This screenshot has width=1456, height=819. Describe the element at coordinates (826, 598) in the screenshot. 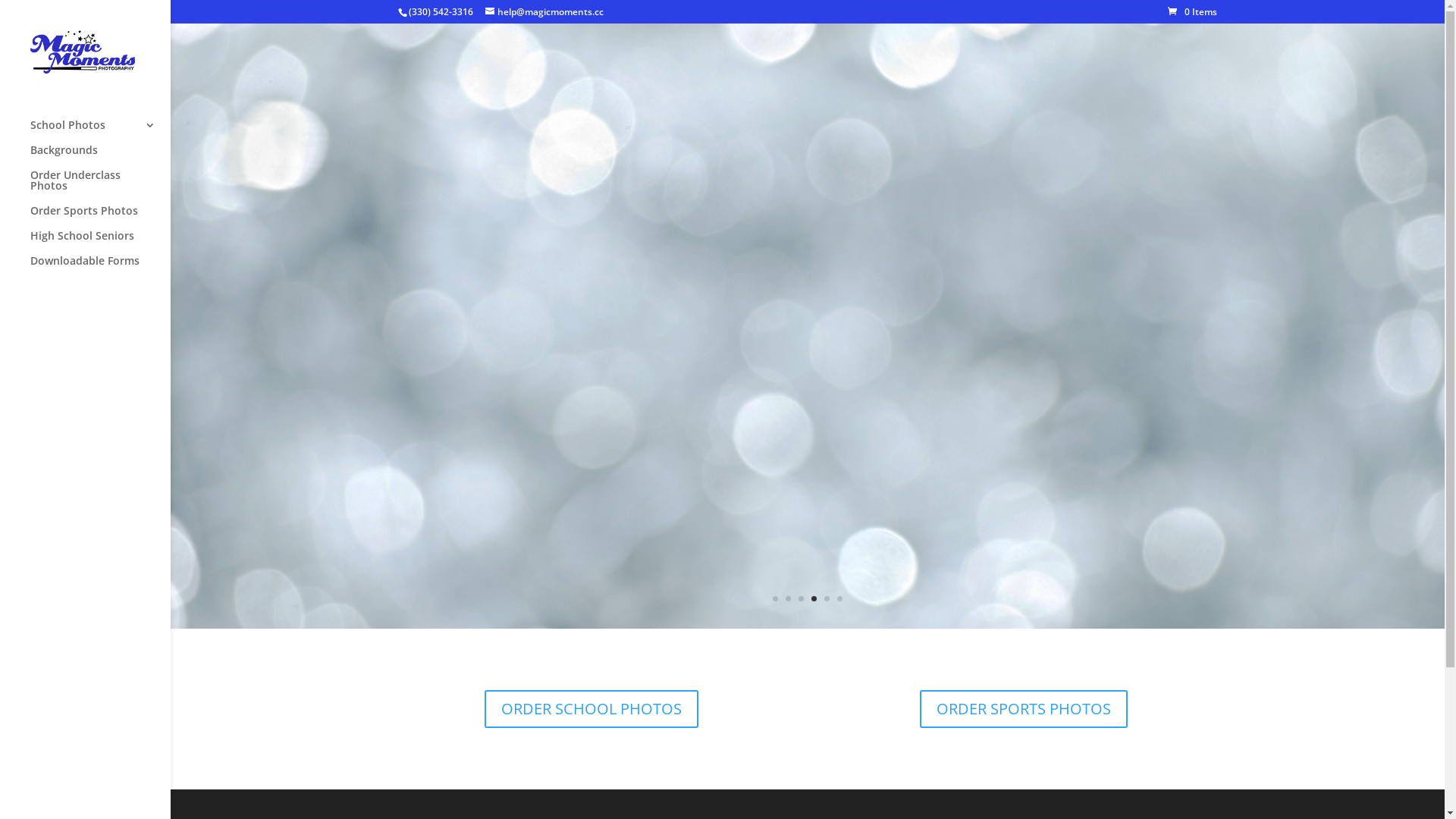

I see `'5'` at that location.